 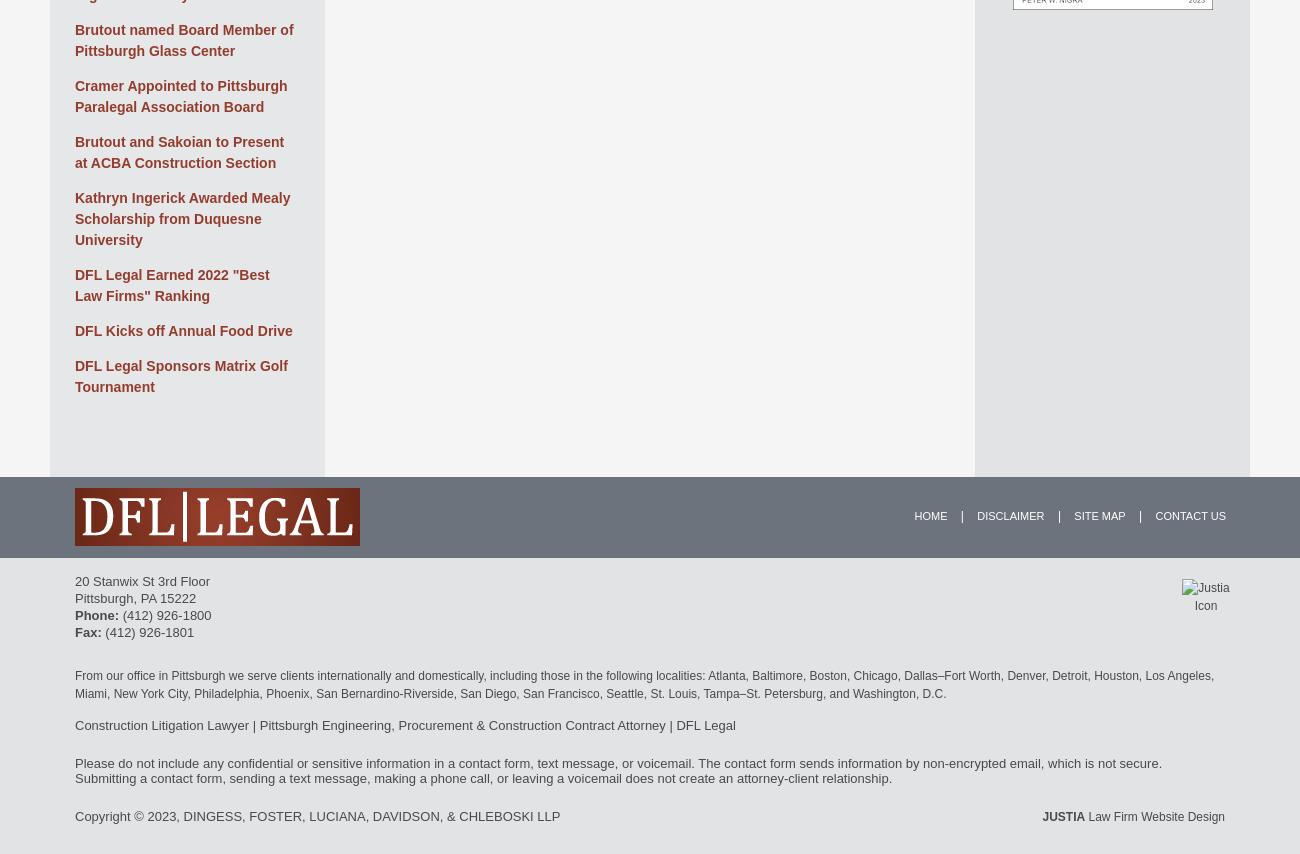 I want to click on 'Please do not include any confidential or sensitive information in a contact form, text message, or voicemail. The contact form sends information by non-encrypted email, which is not secure. Submitting a contact form, sending a text message, making a phone call, or leaving a voicemail does not create an attorney-client relationship.', so click(x=75, y=769).